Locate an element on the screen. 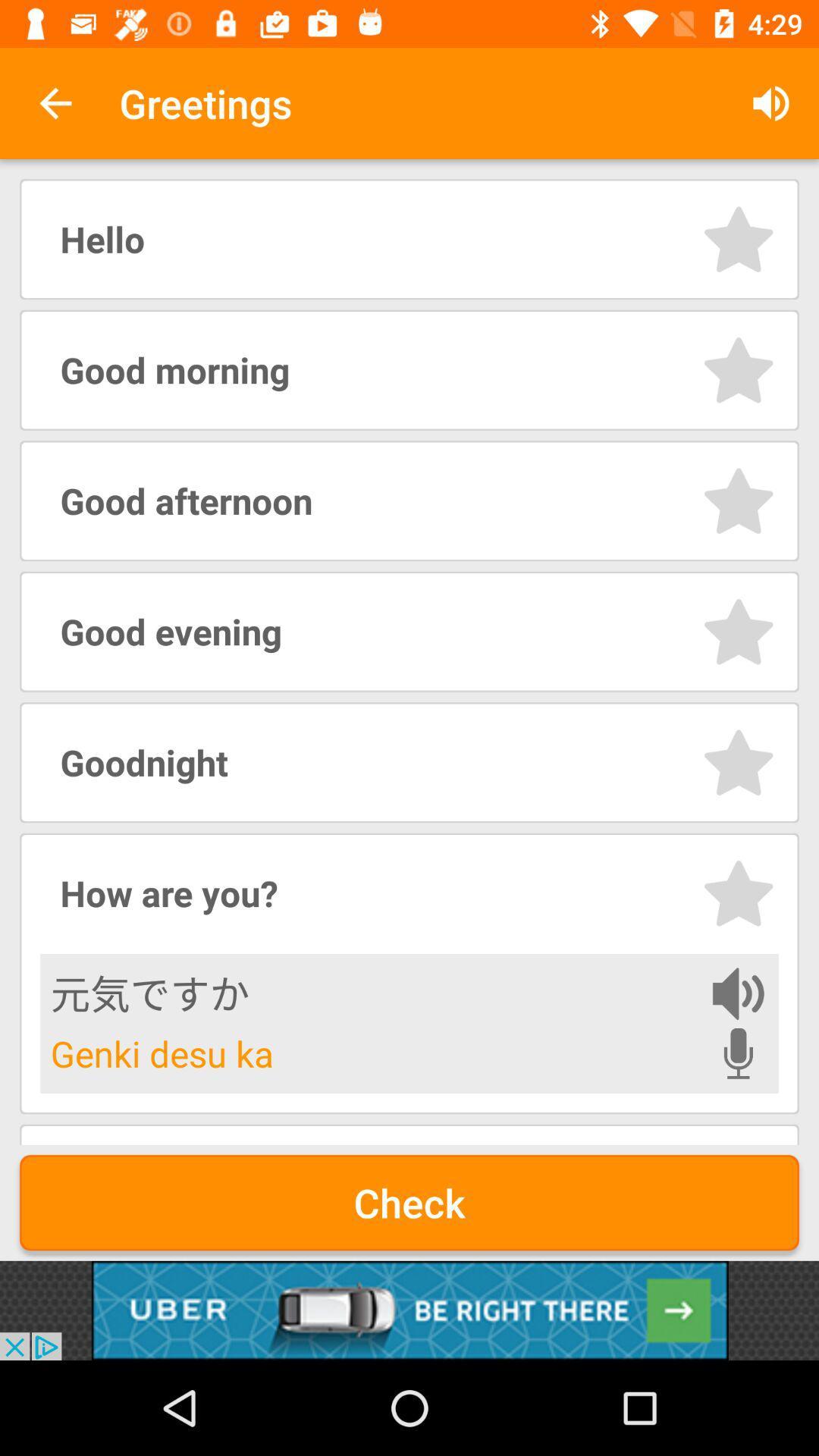 This screenshot has height=1456, width=819. voice record is located at coordinates (737, 1053).